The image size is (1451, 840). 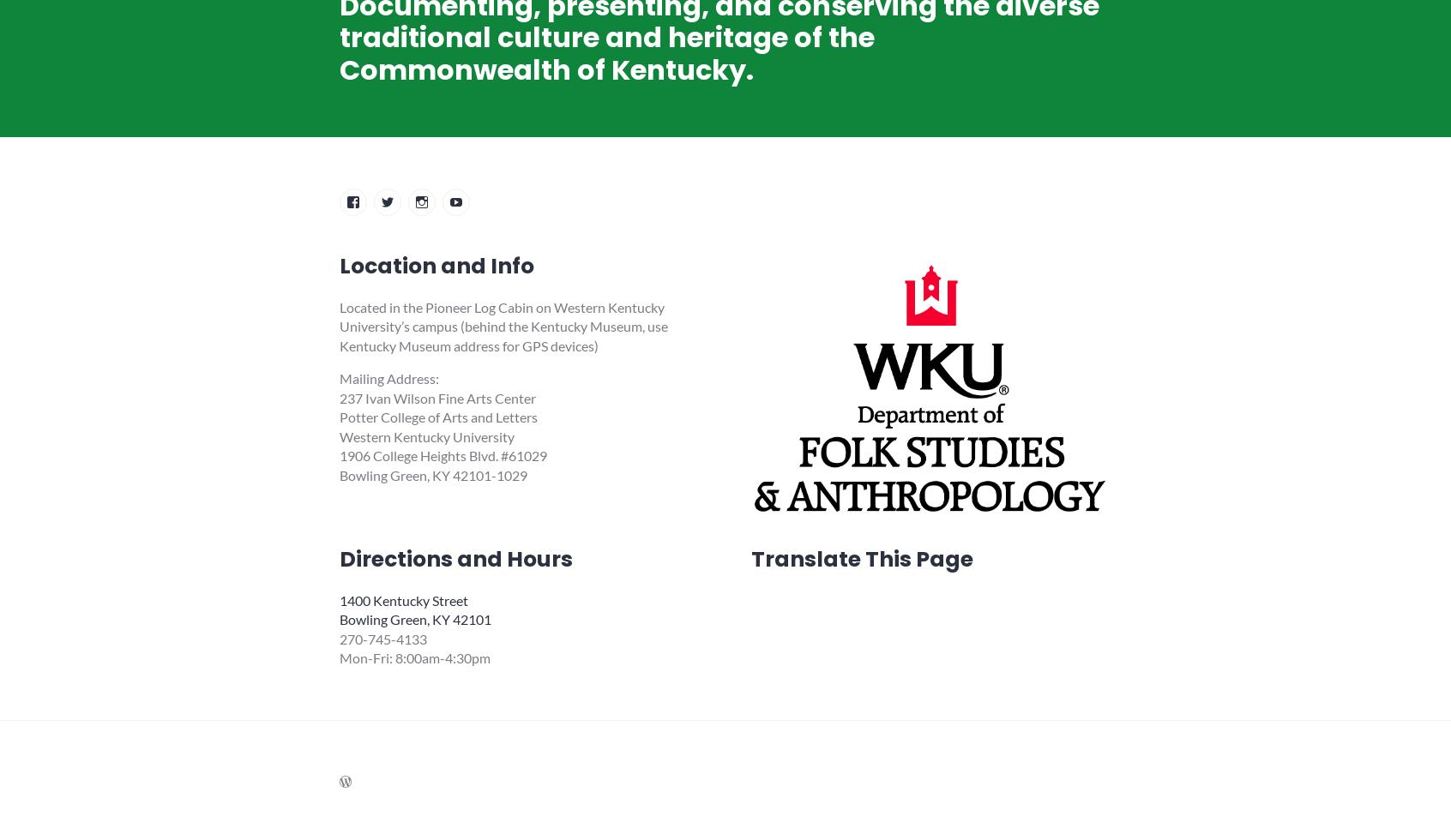 What do you see at coordinates (403, 599) in the screenshot?
I see `'1400 Kentucky Street'` at bounding box center [403, 599].